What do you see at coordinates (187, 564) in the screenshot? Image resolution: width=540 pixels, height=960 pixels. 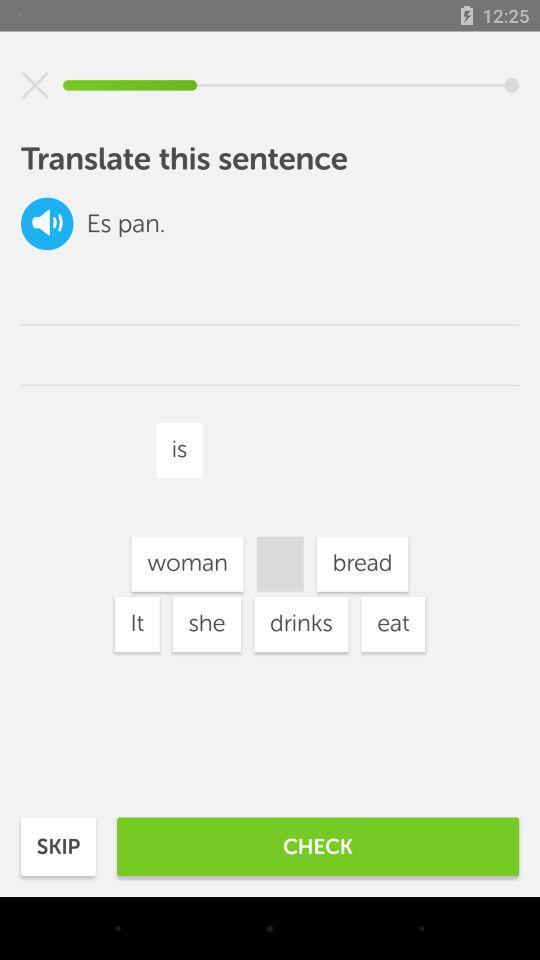 I see `the item above it icon` at bounding box center [187, 564].